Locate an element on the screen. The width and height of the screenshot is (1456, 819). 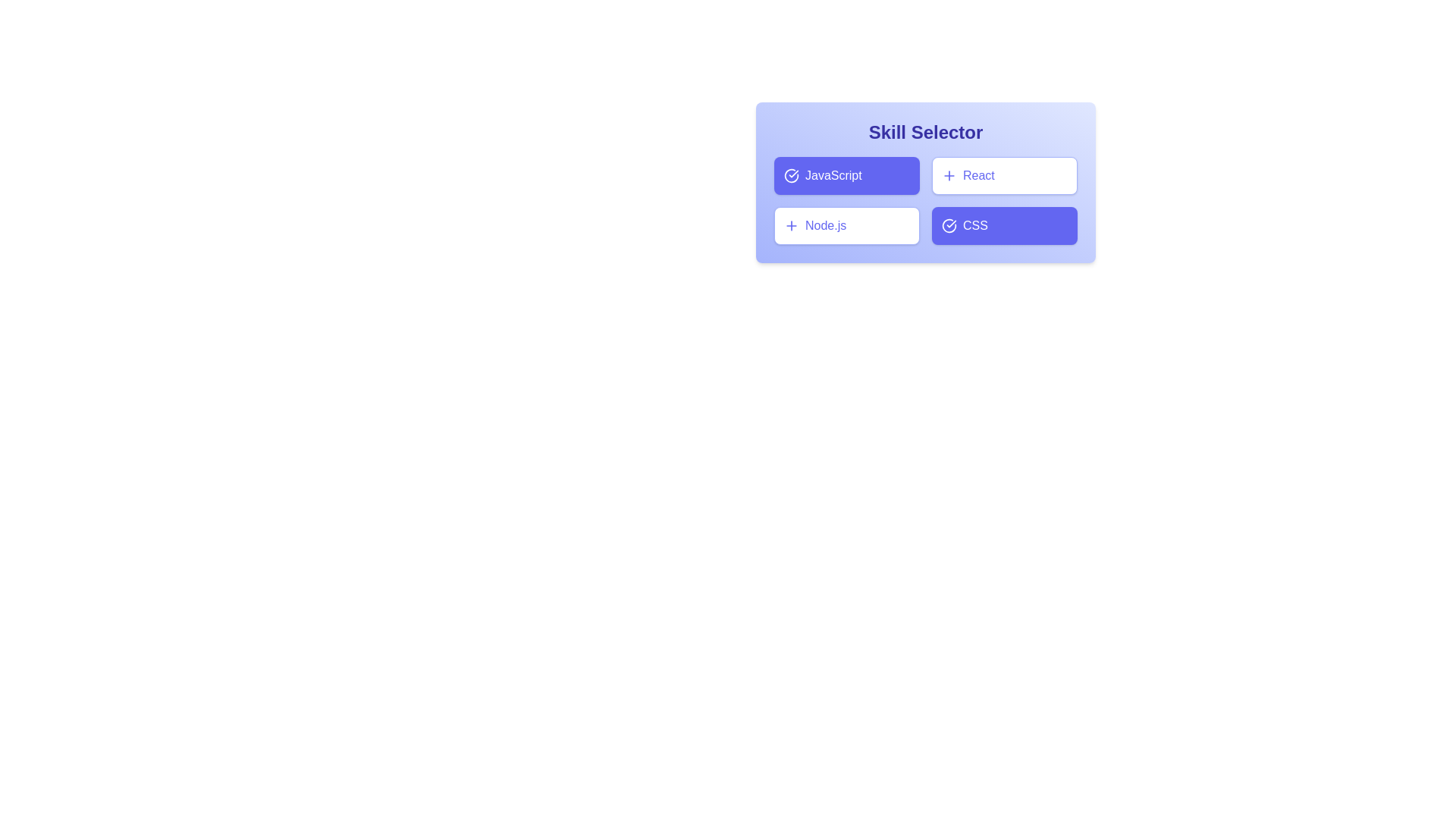
the skill card for Node.js is located at coordinates (846, 225).